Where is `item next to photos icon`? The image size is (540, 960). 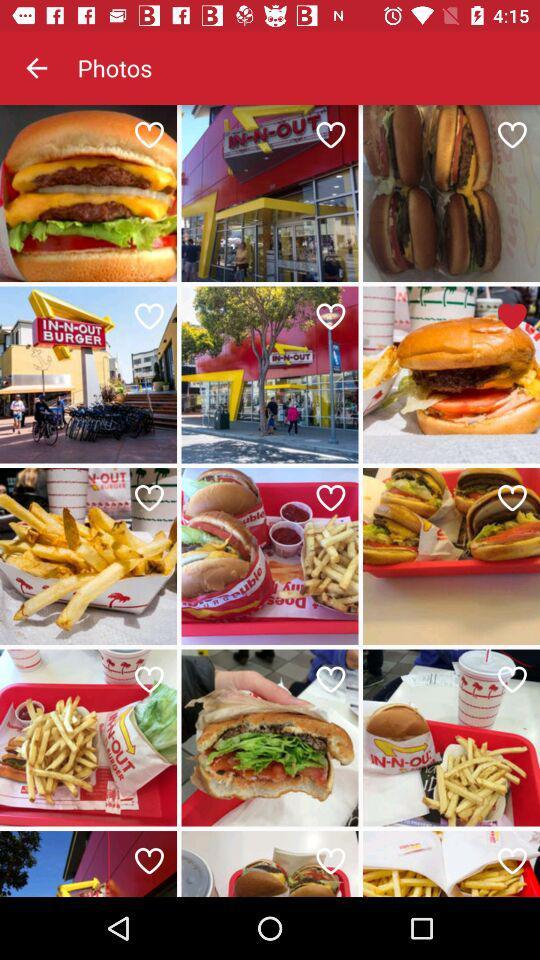 item next to photos icon is located at coordinates (36, 68).